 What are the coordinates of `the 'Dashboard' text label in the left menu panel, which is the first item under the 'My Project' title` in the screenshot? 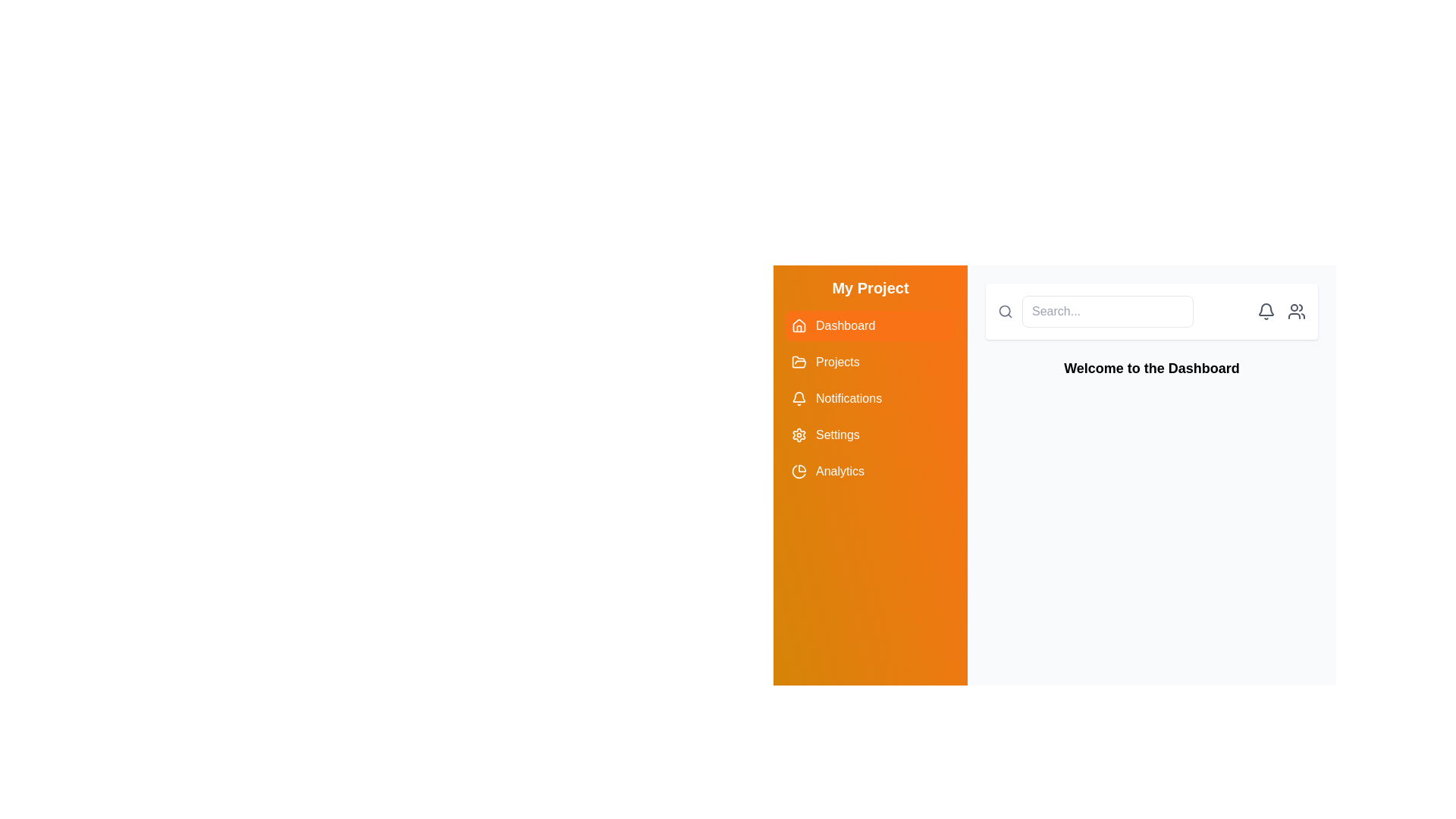 It's located at (845, 325).